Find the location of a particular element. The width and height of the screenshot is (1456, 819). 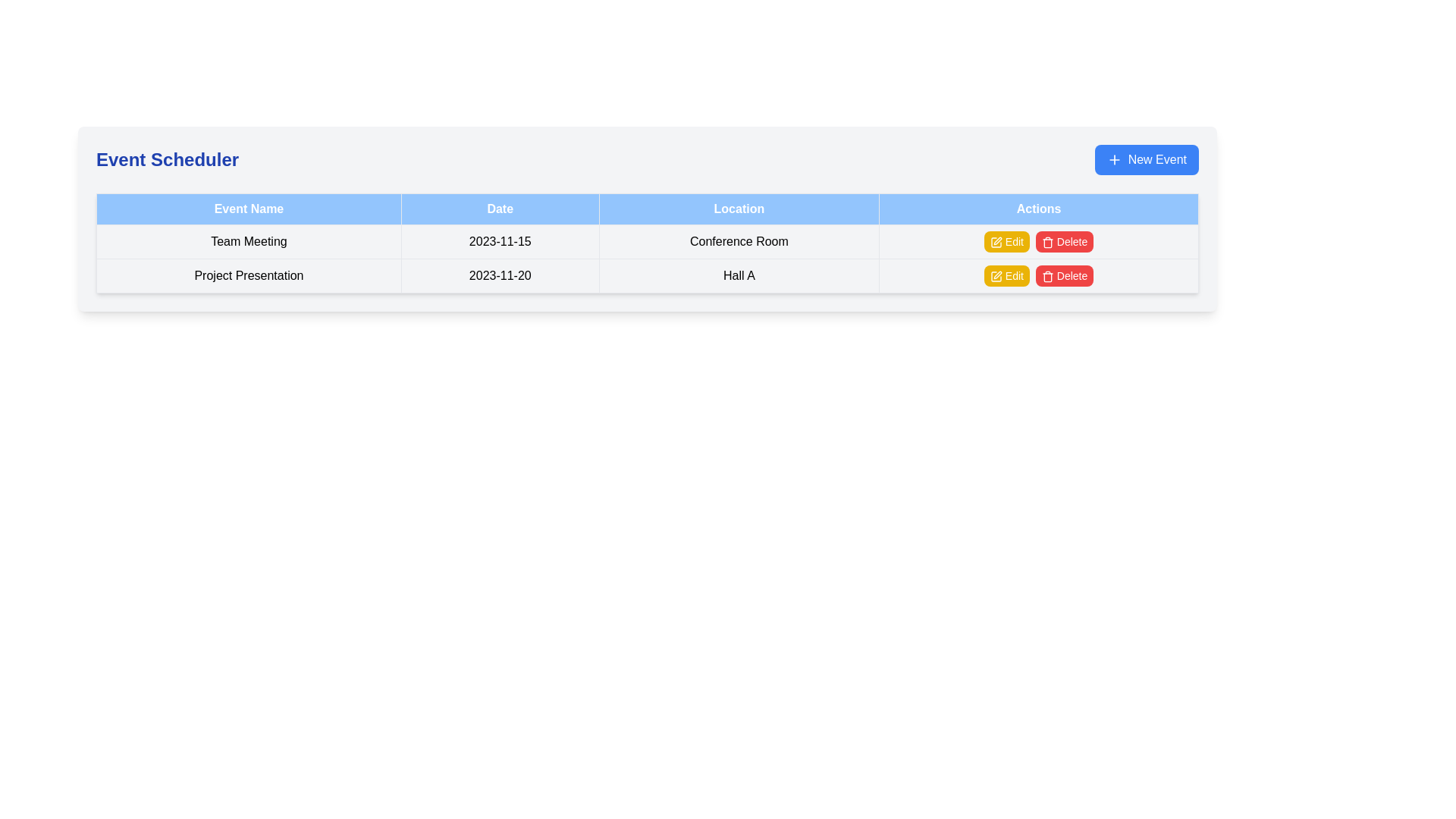

the icon button featuring a pen symbol to initiate the edit action for the 'Project Presentation' event is located at coordinates (997, 275).